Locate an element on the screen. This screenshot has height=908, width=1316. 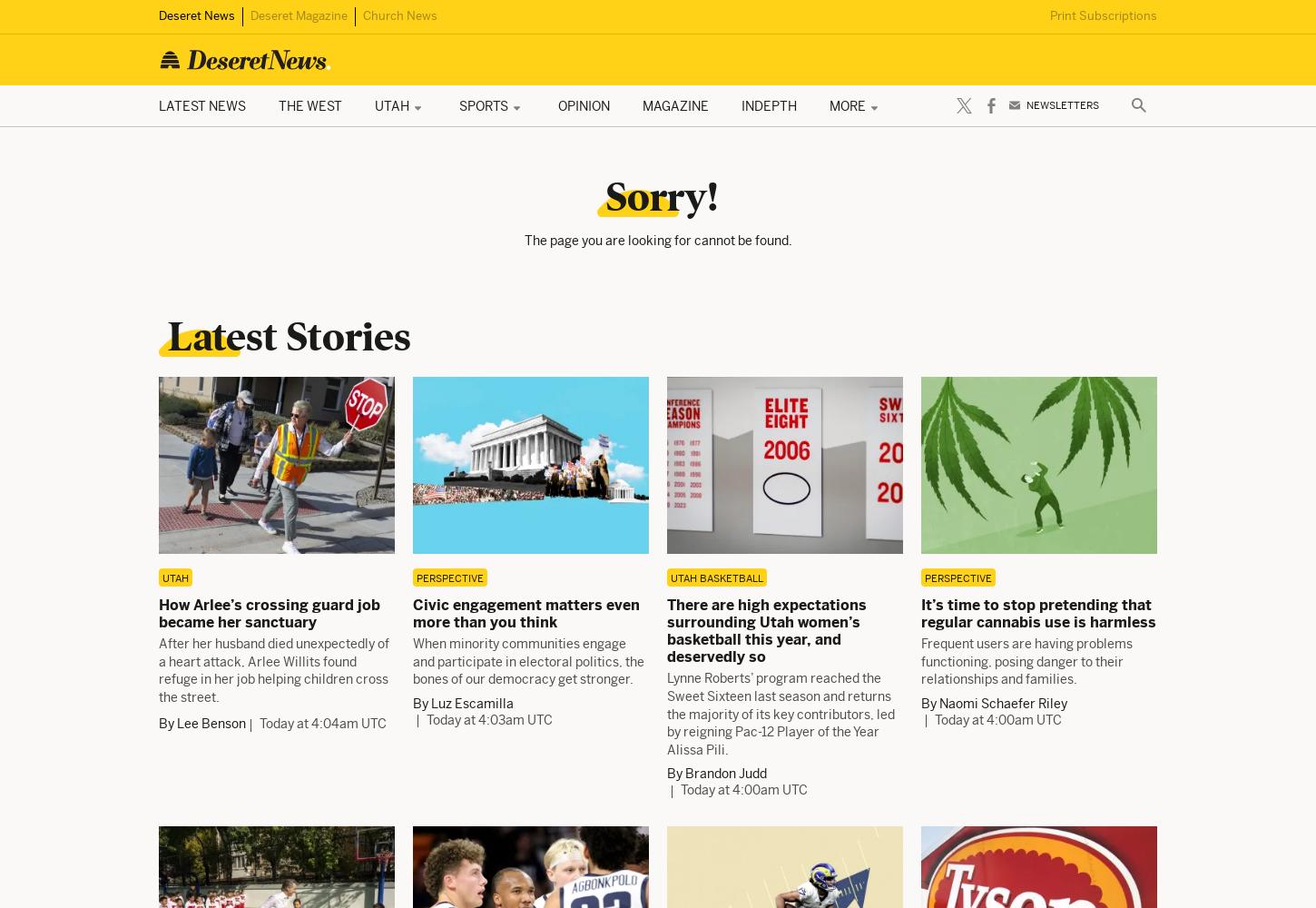
'It’s time to stop pretending that regular cannabis use is harmless' is located at coordinates (920, 613).